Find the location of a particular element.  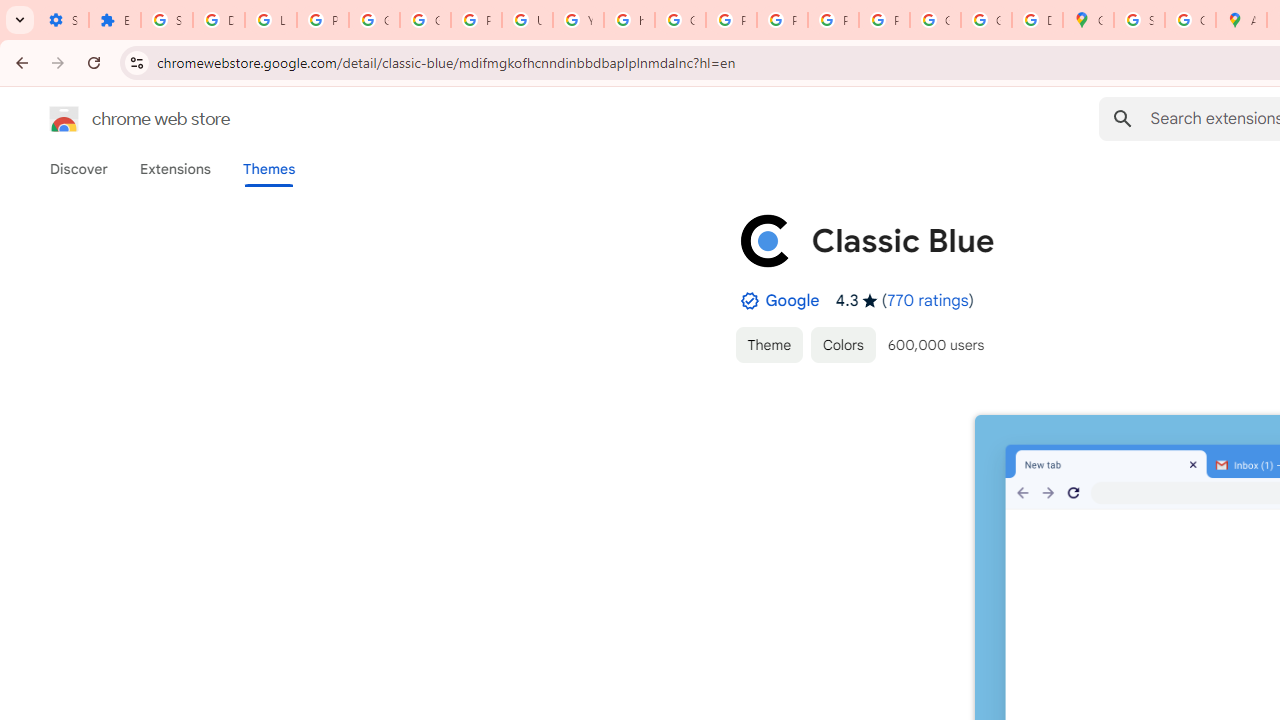

'Google Maps' is located at coordinates (1087, 20).